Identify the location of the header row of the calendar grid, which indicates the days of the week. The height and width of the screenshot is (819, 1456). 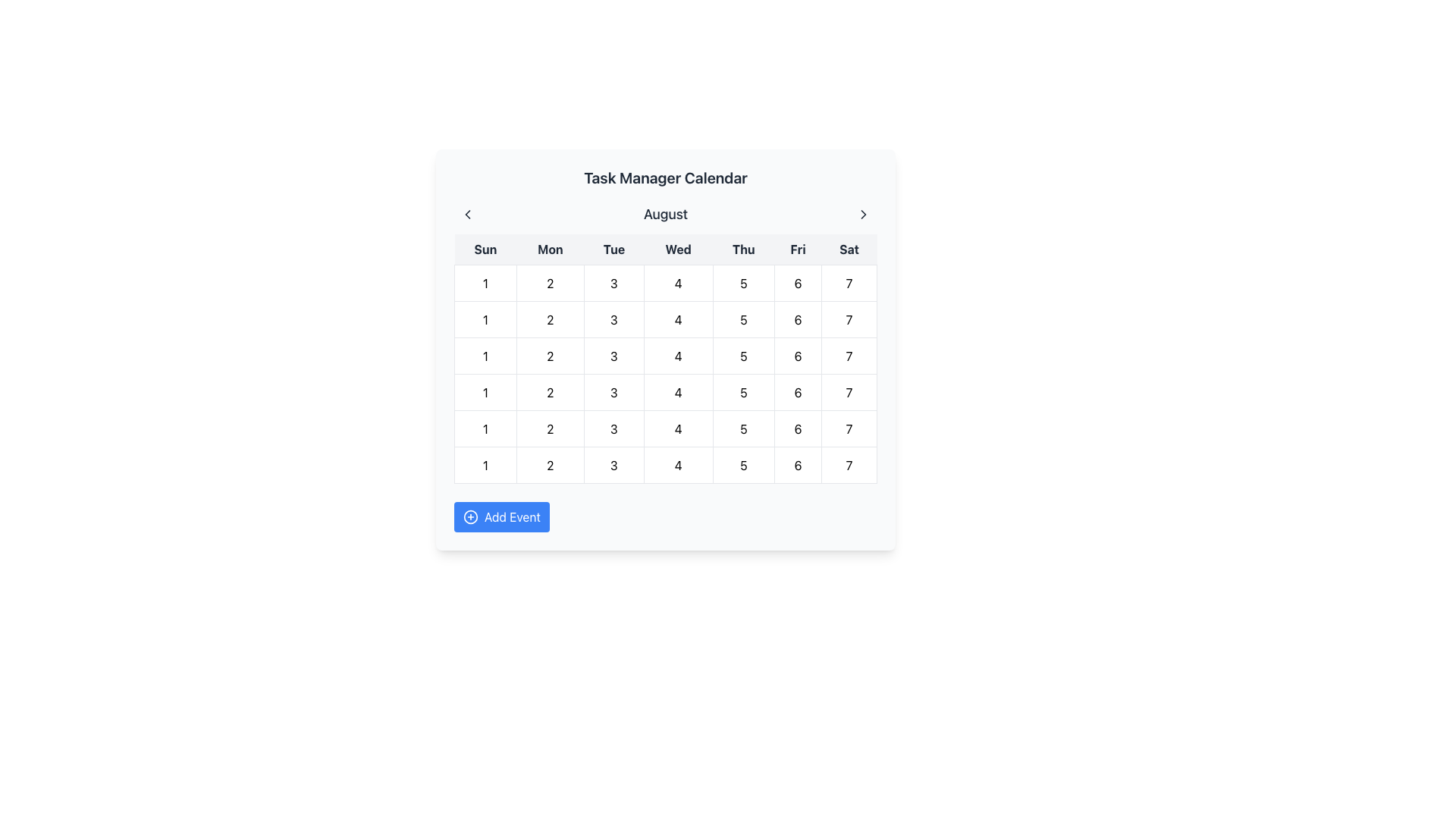
(666, 248).